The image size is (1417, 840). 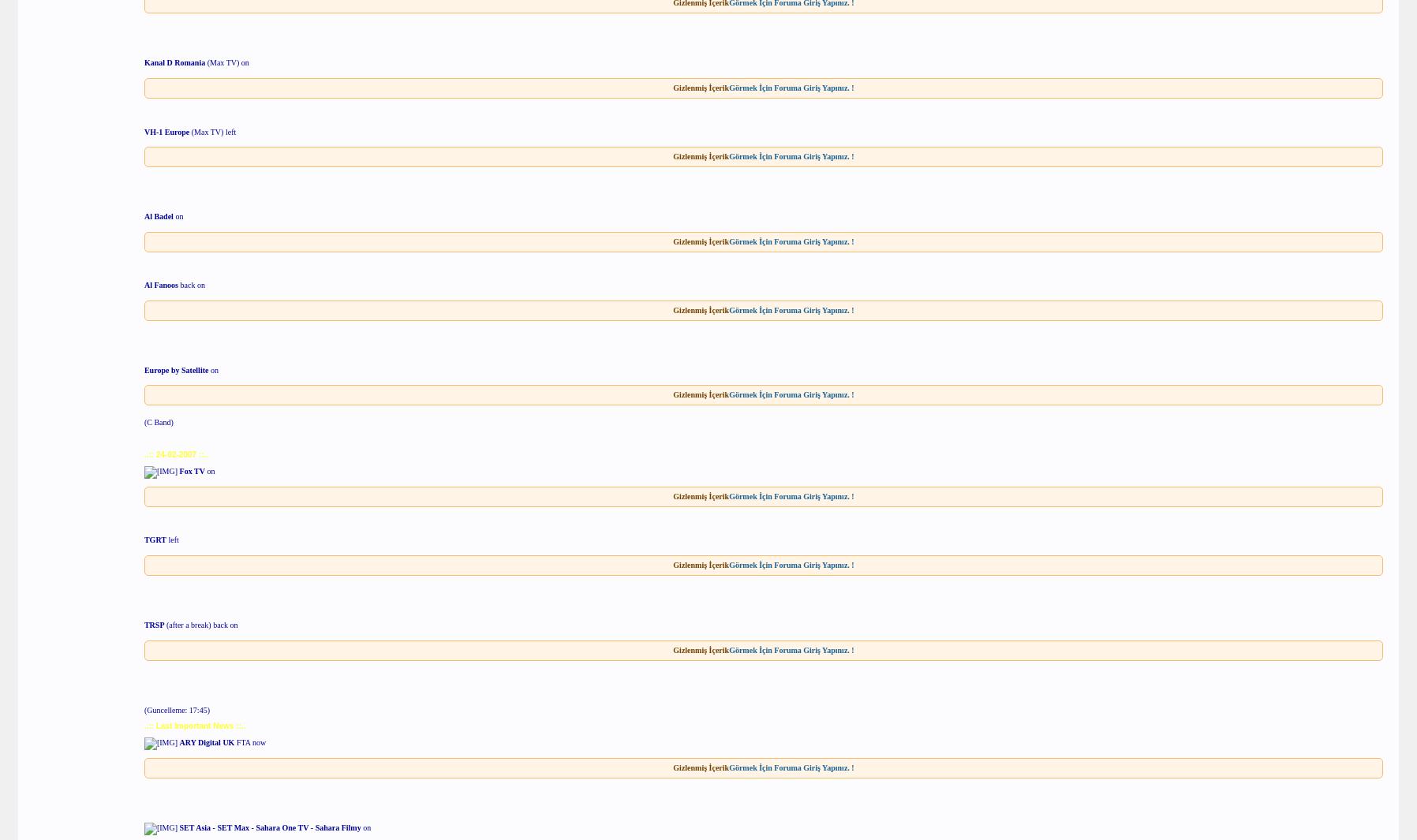 I want to click on '..:: 24-02-2007 ::..', so click(x=175, y=454).